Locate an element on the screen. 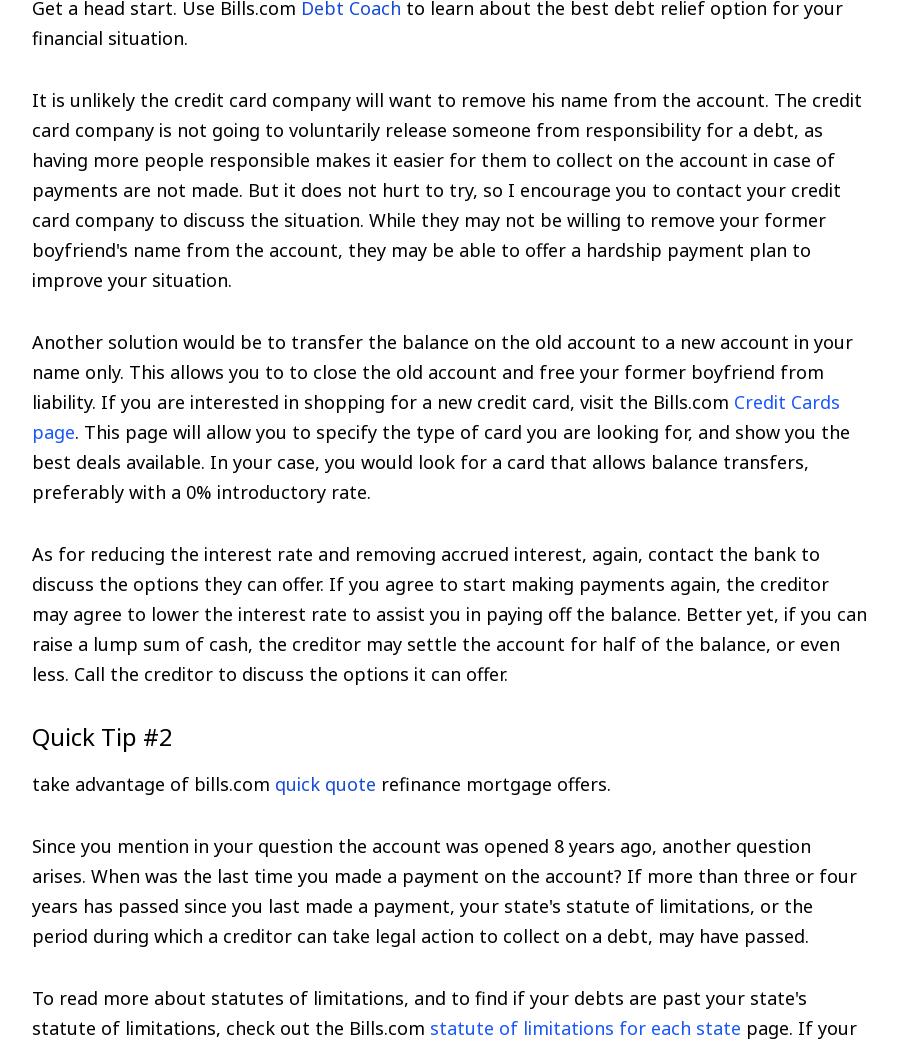 The width and height of the screenshot is (900, 1047). 'take advantage of bills.com' is located at coordinates (153, 782).